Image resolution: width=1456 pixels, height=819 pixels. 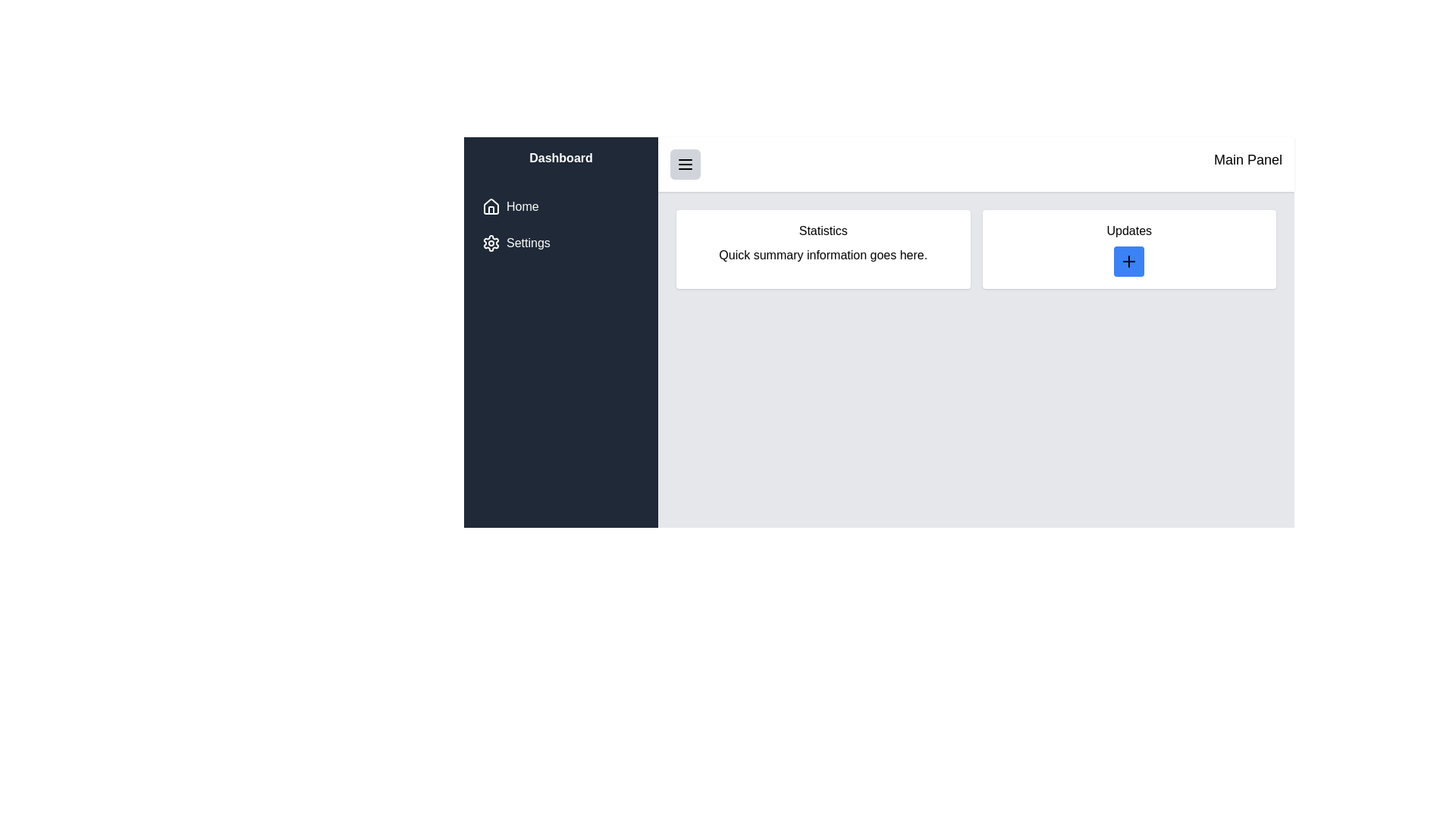 I want to click on the 'Settings' text label in the sidebar menu, so click(x=528, y=242).